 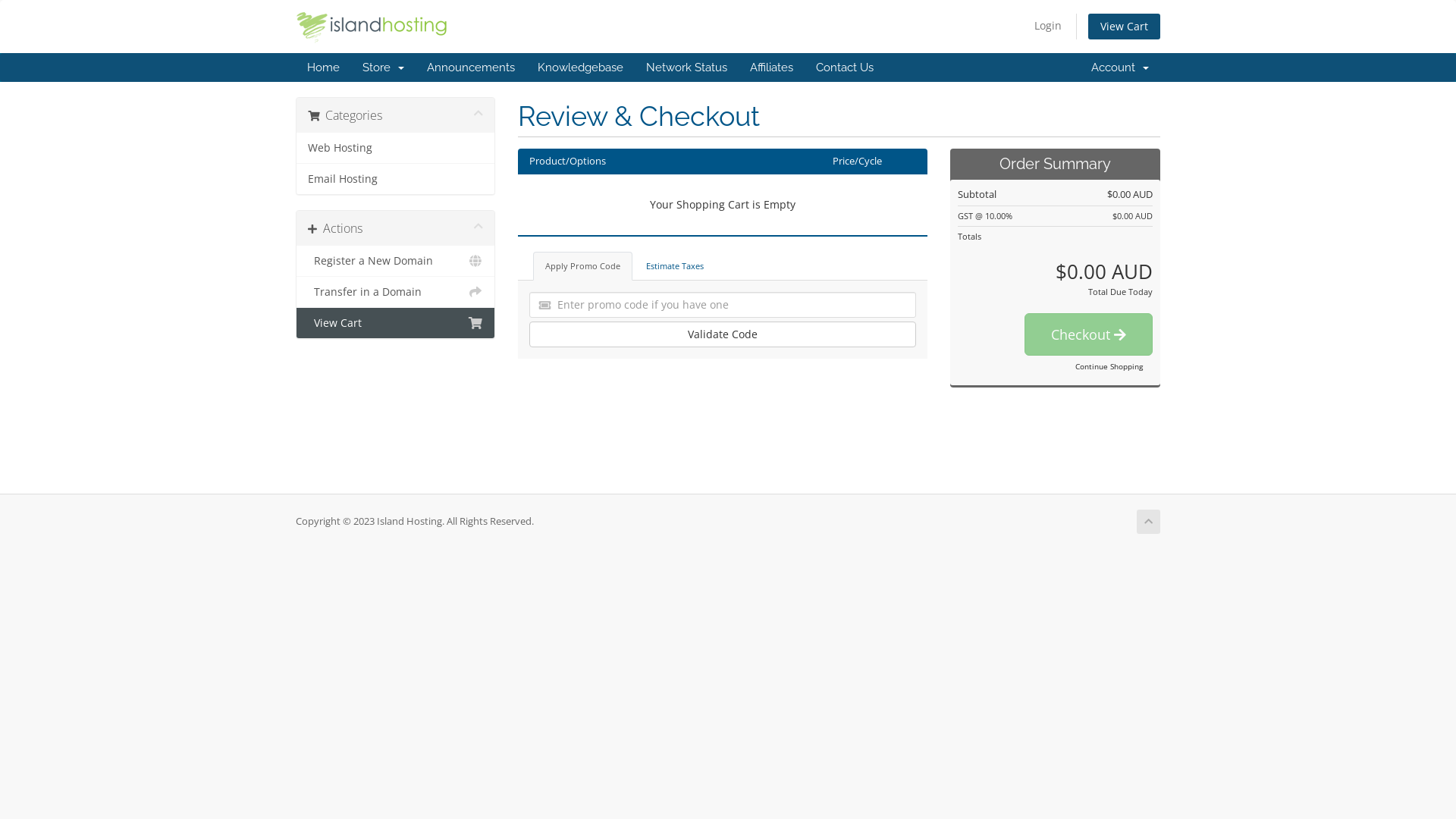 What do you see at coordinates (634, 66) in the screenshot?
I see `'Network Status'` at bounding box center [634, 66].